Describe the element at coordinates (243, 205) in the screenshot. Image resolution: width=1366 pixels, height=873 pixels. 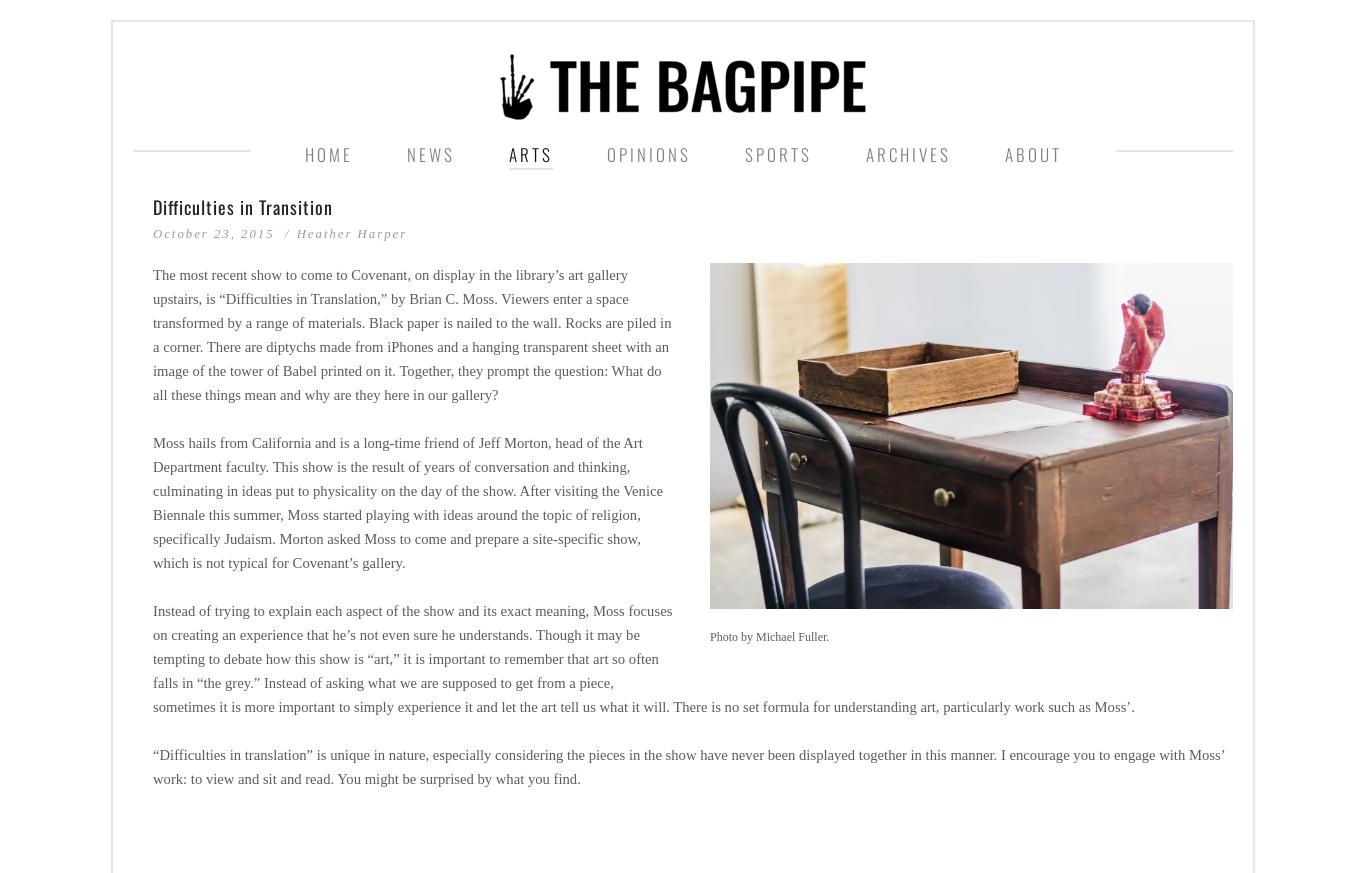
I see `'Difficulties in Transition'` at that location.